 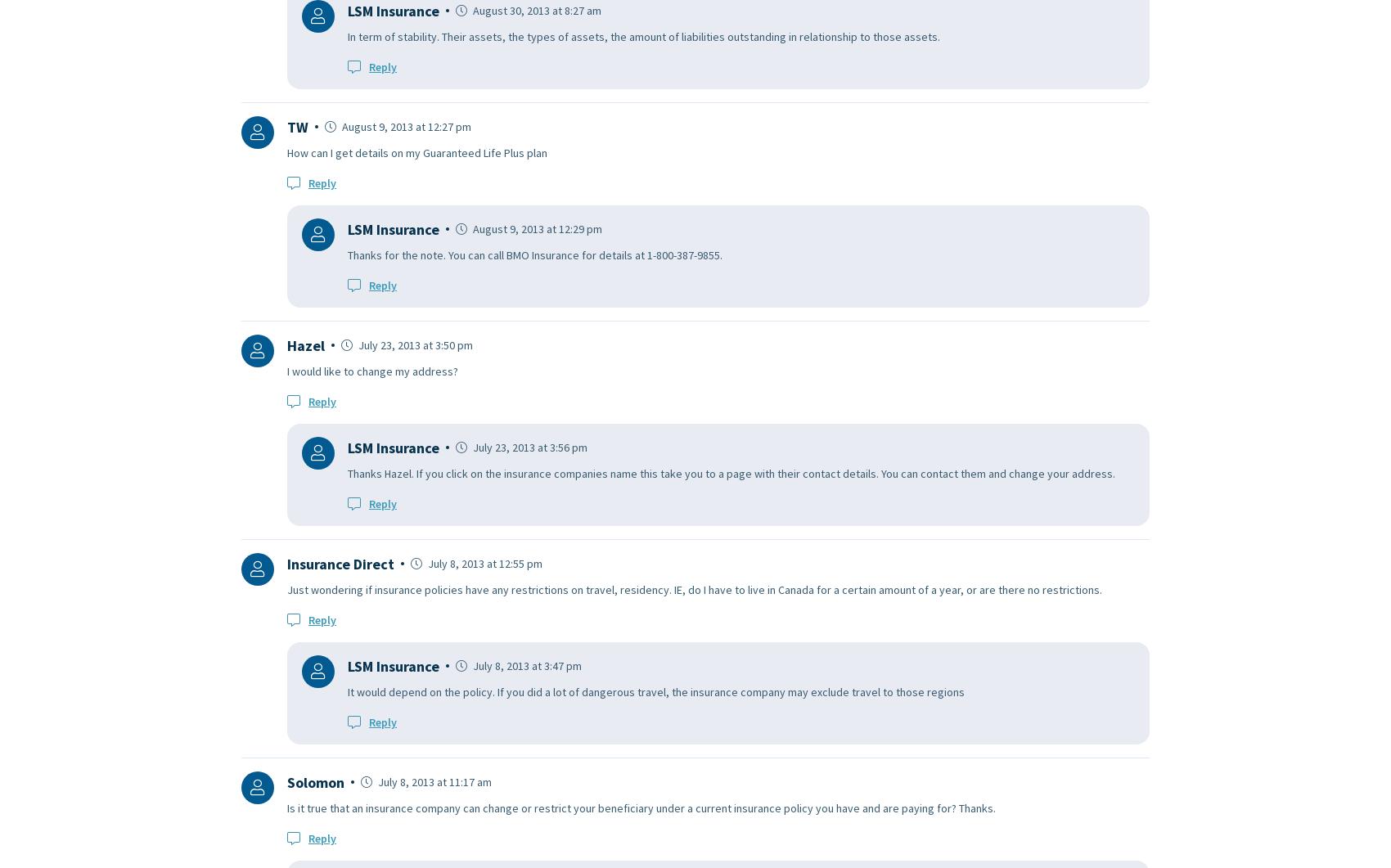 What do you see at coordinates (417, 151) in the screenshot?
I see `'How can I get details on my Guaranteed Life Plus plan'` at bounding box center [417, 151].